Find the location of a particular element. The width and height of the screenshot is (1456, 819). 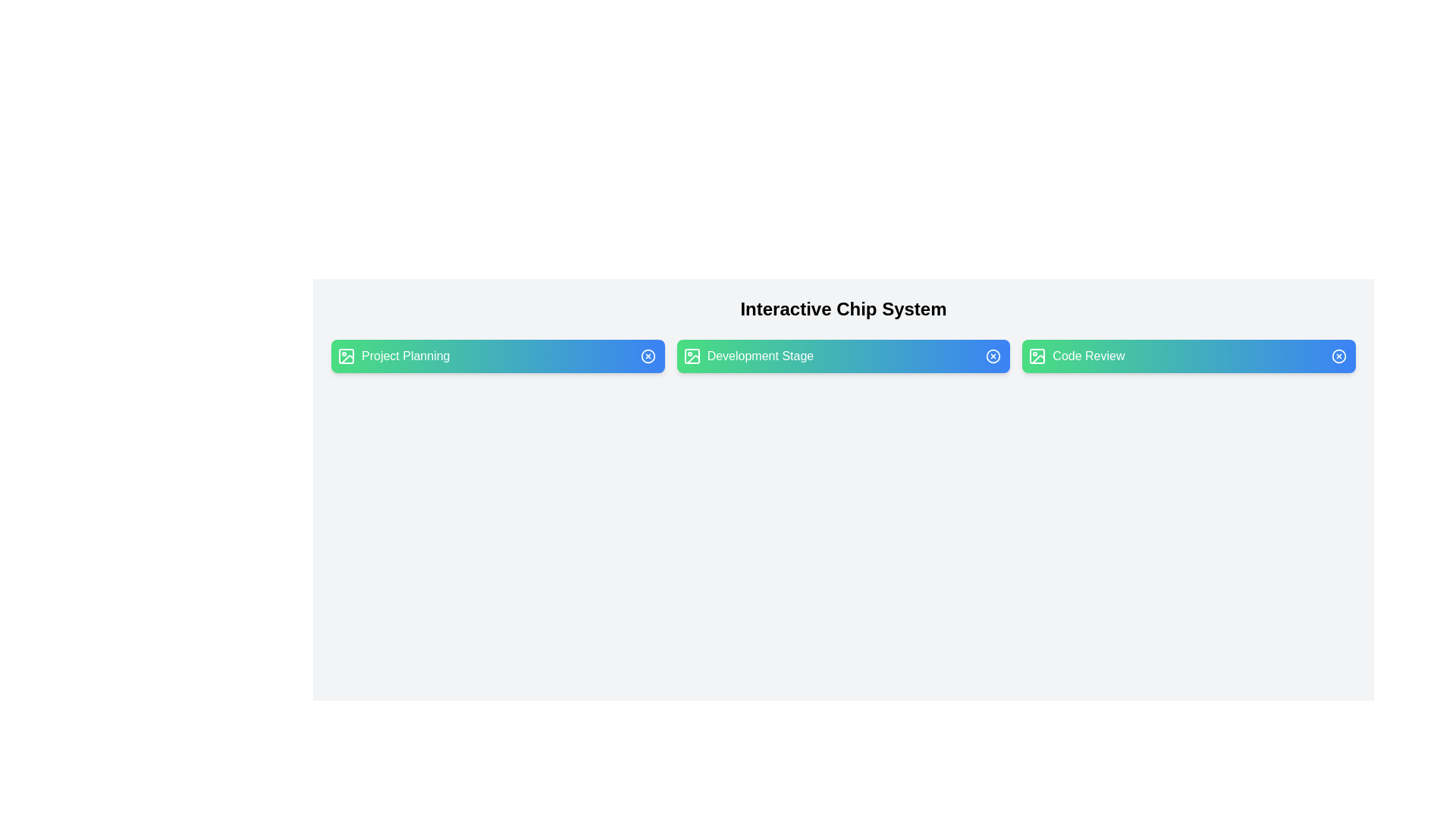

remove button of the chip labeled 'Project Planning' to delete it is located at coordinates (648, 356).